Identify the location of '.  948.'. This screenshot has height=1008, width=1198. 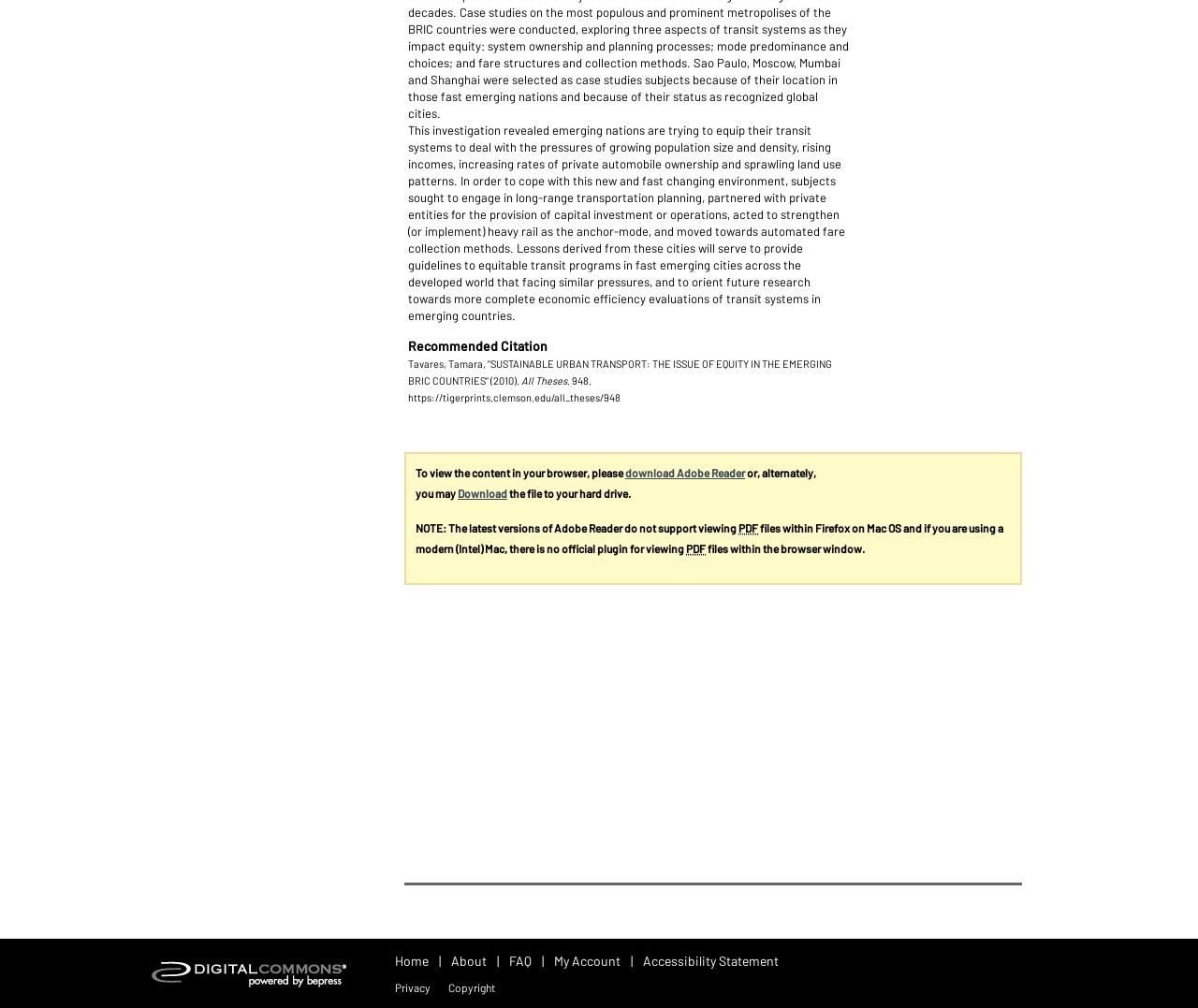
(578, 380).